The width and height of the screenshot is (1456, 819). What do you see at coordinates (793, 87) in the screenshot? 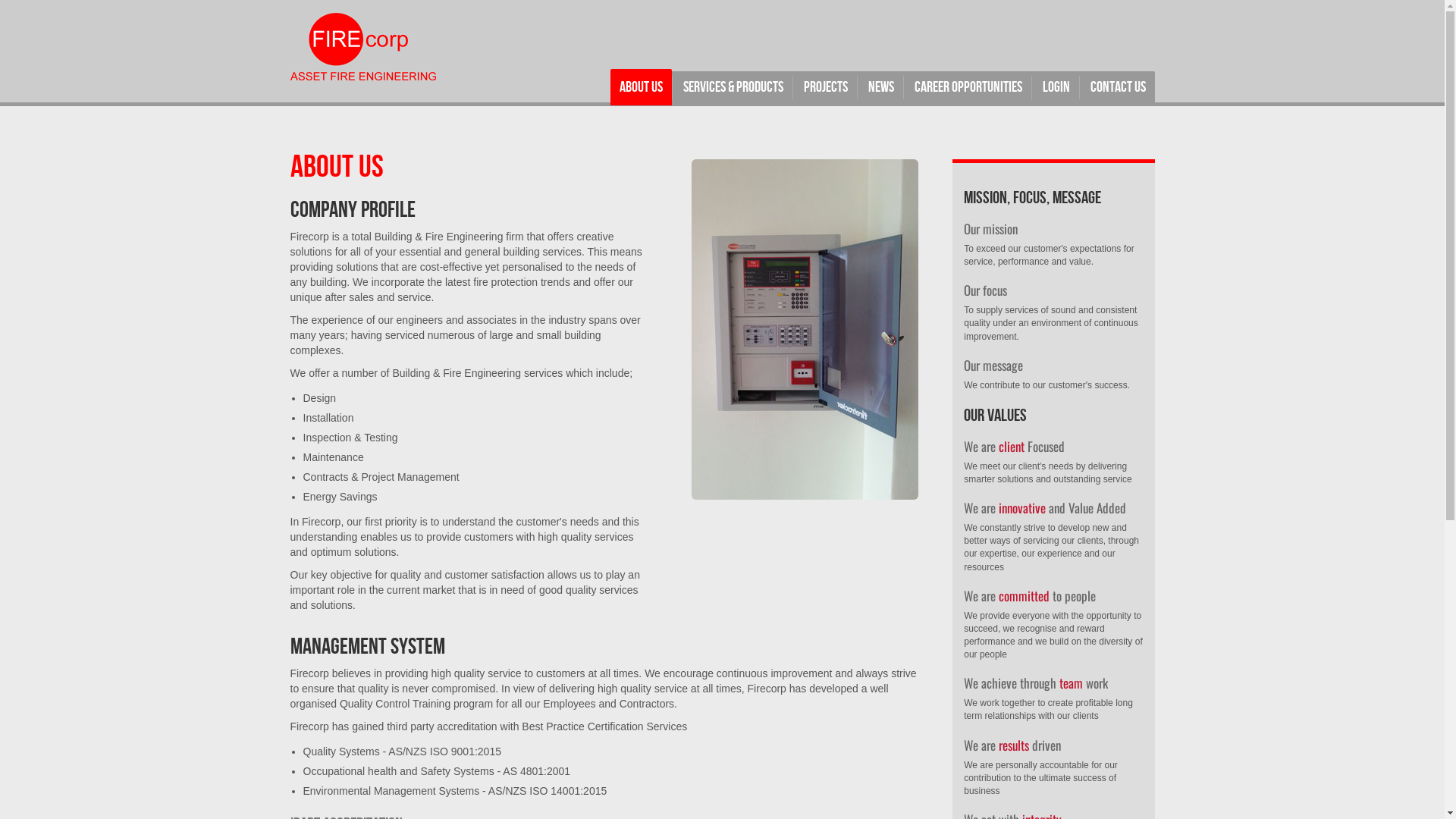
I see `'PROJECTS'` at bounding box center [793, 87].